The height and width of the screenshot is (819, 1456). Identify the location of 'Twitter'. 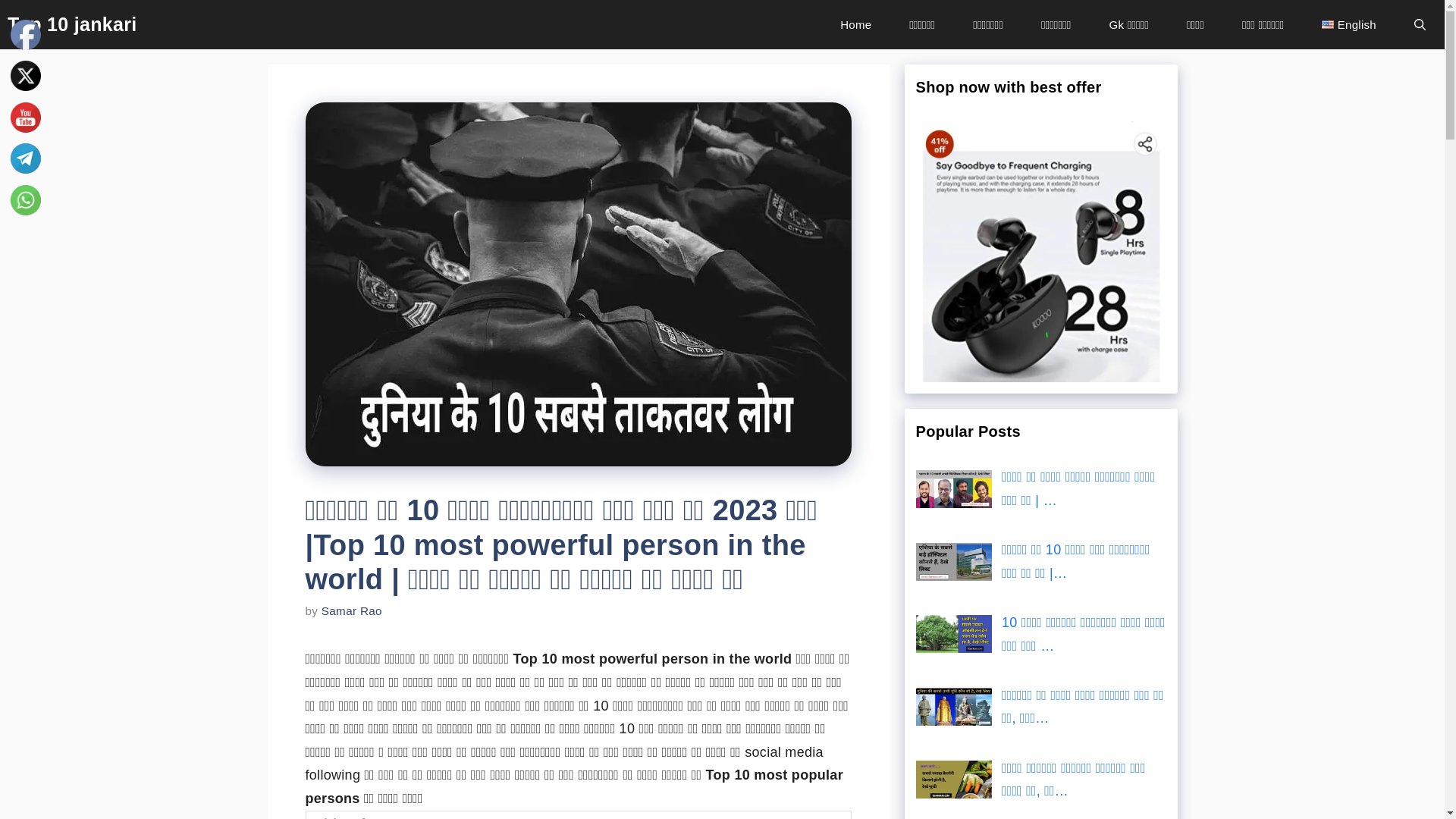
(25, 76).